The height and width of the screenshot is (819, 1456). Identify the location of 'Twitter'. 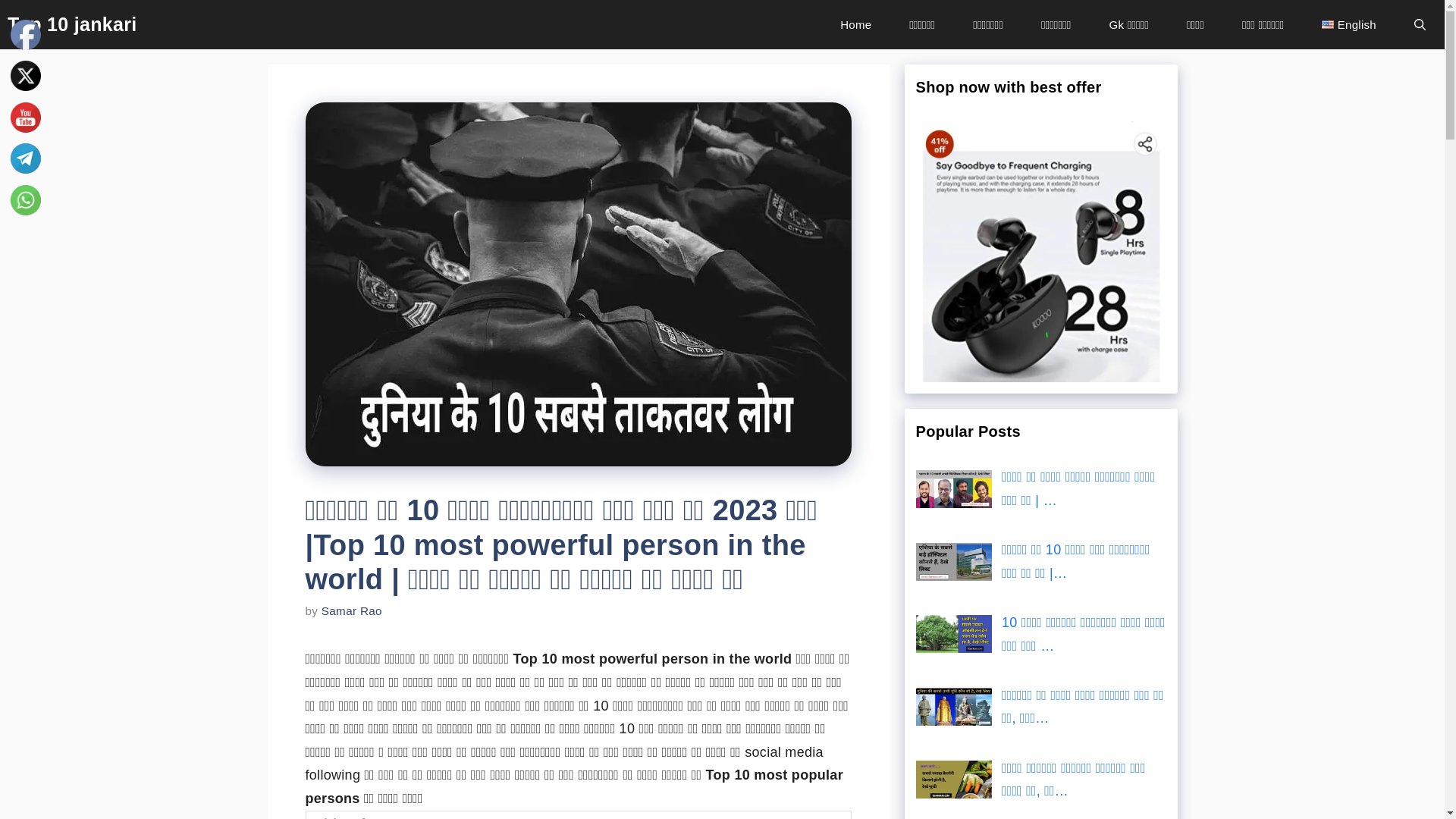
(25, 76).